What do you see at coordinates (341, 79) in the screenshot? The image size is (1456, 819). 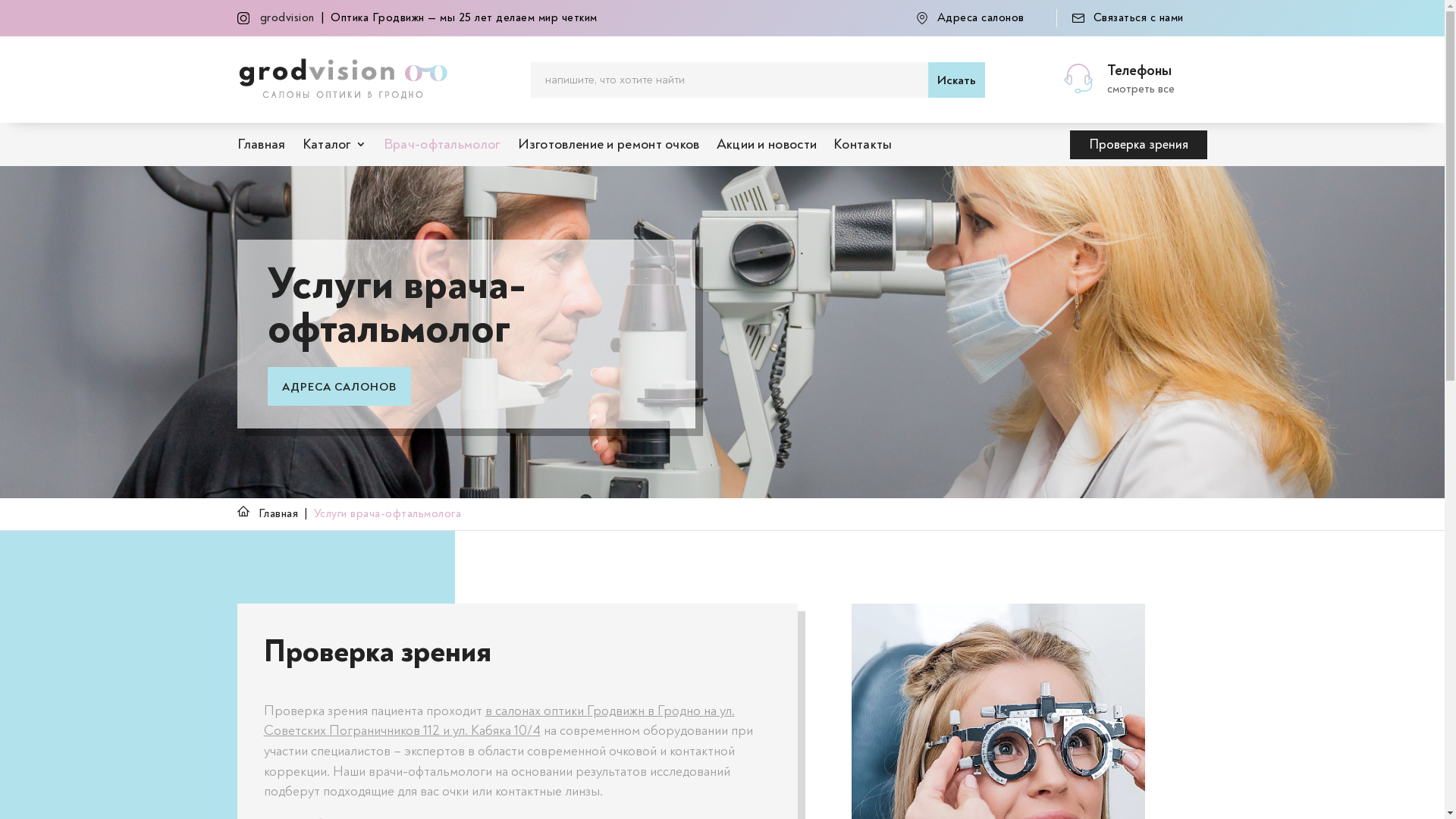 I see `'logo_grodvision'` at bounding box center [341, 79].